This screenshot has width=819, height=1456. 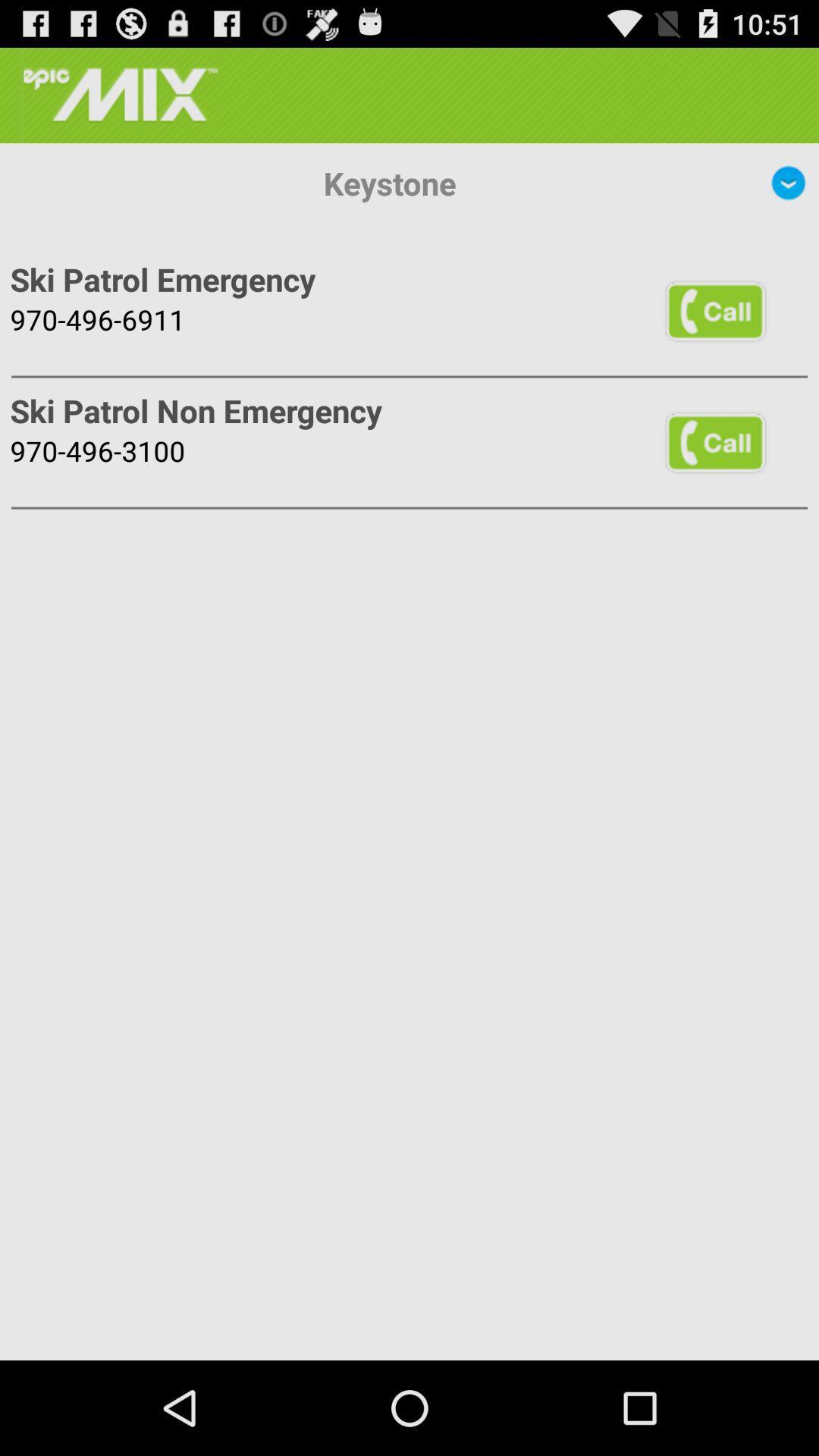 What do you see at coordinates (715, 441) in the screenshot?
I see `item next to ski patrol non` at bounding box center [715, 441].